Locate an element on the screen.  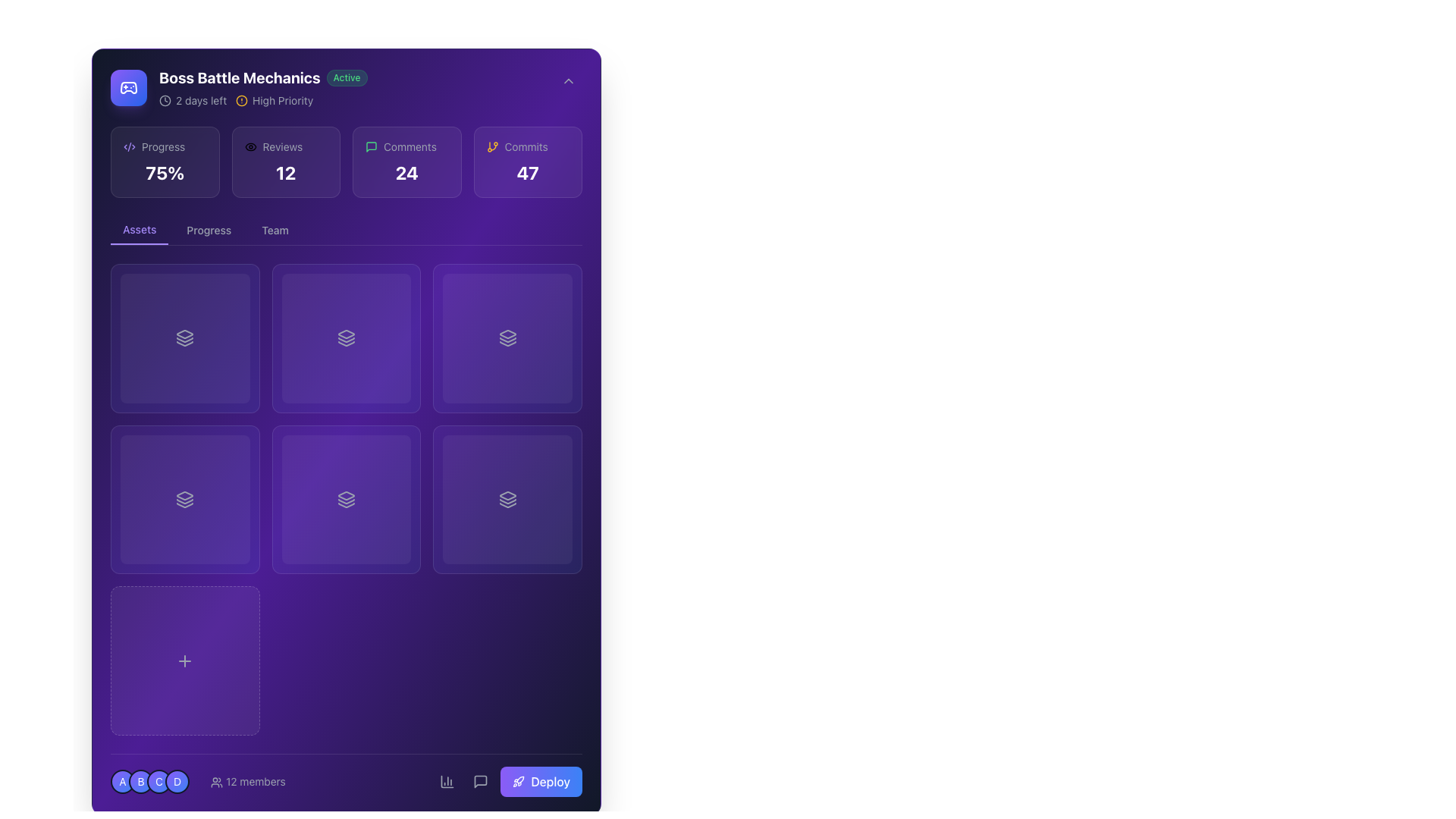
the icon representing a layered structure, located in the bottom-left quadrant of a 2x3 grid layout on a purple background is located at coordinates (184, 500).